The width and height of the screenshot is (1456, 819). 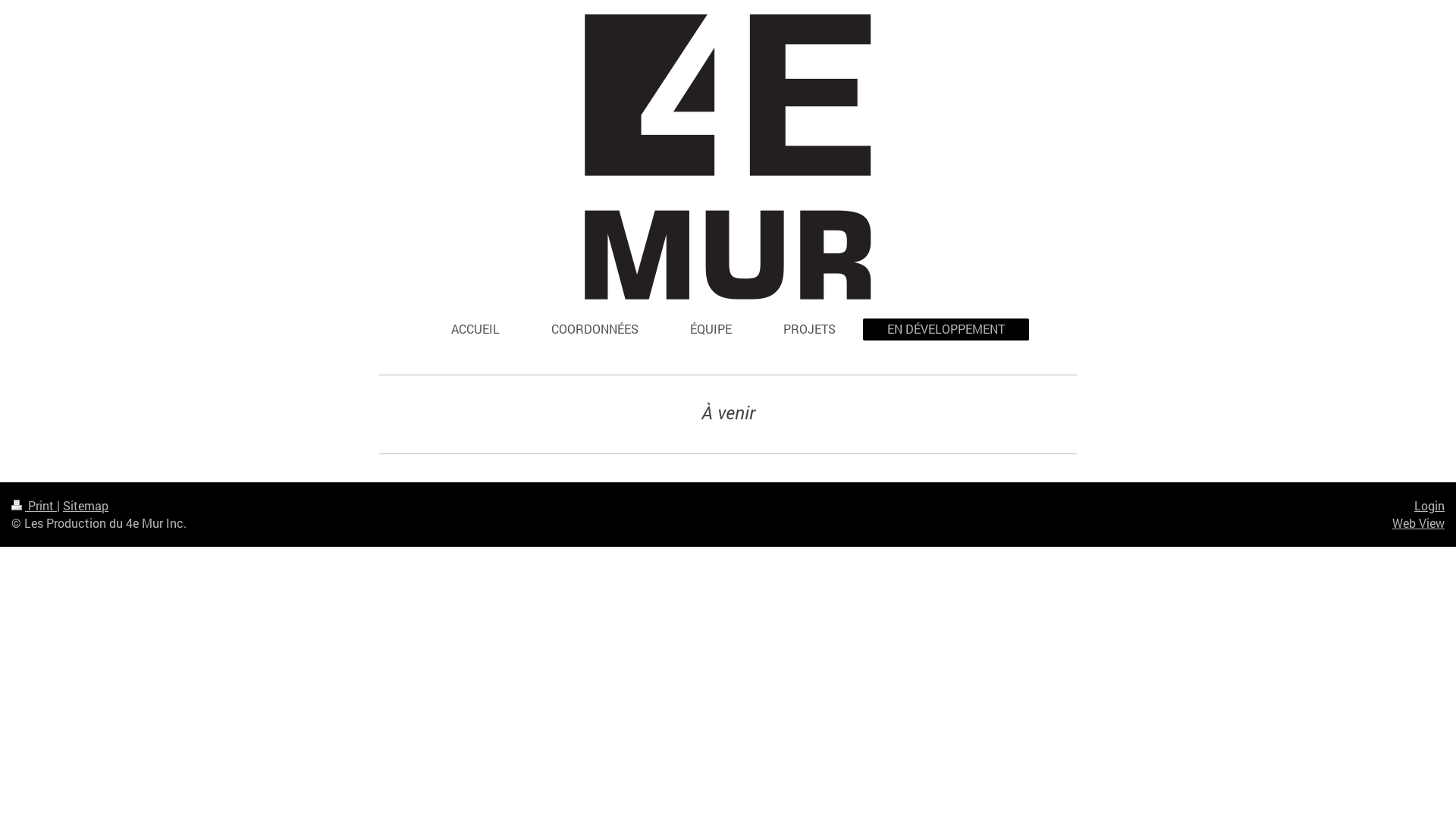 I want to click on 'Sitemap', so click(x=85, y=505).